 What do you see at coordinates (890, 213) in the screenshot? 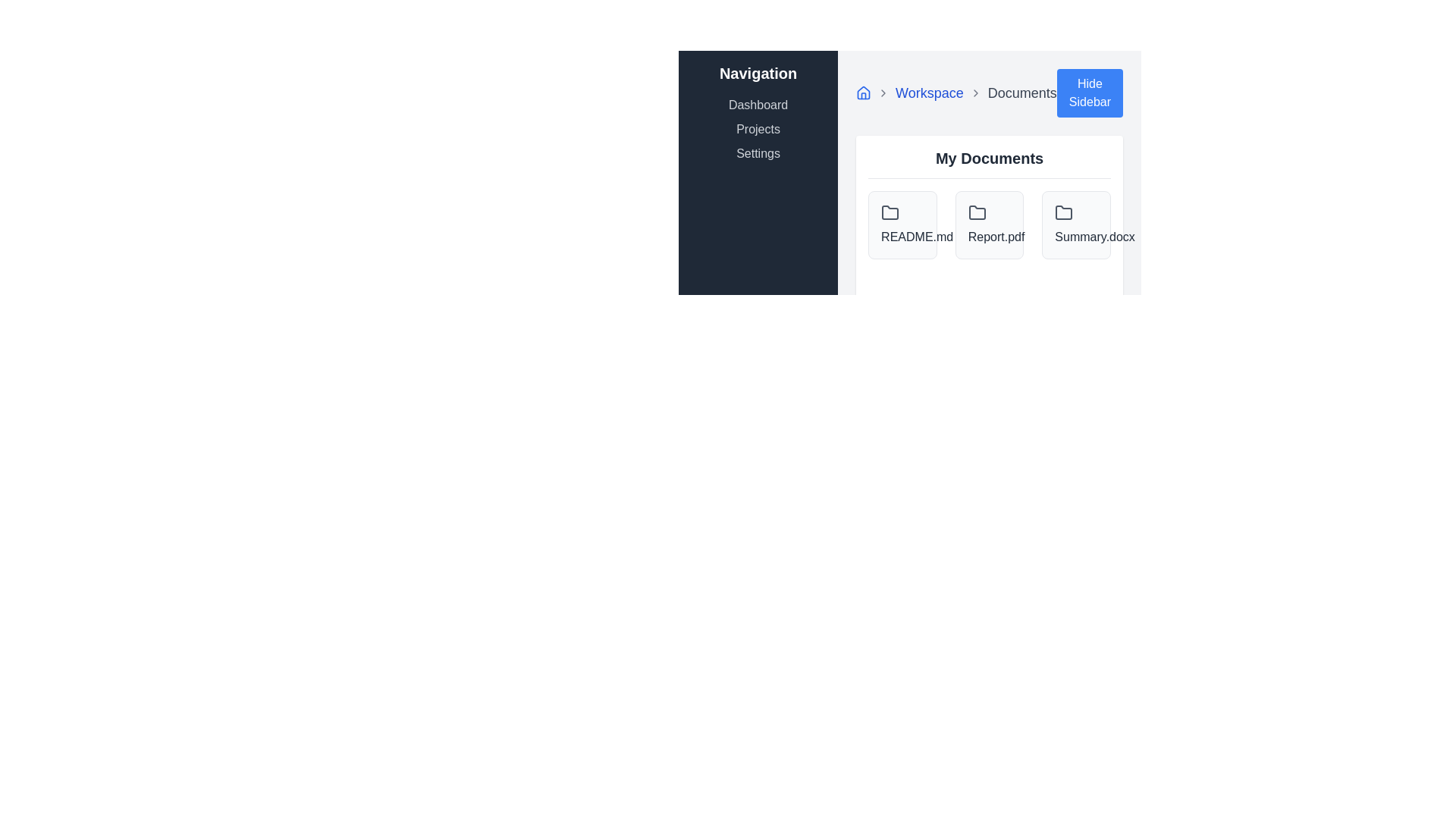
I see `the folder icon, which is a grey rounded-edge outline element representing a traditional file folder, located in the upper portion of the card labeled 'README.md' within the 'My Documents' section` at bounding box center [890, 213].